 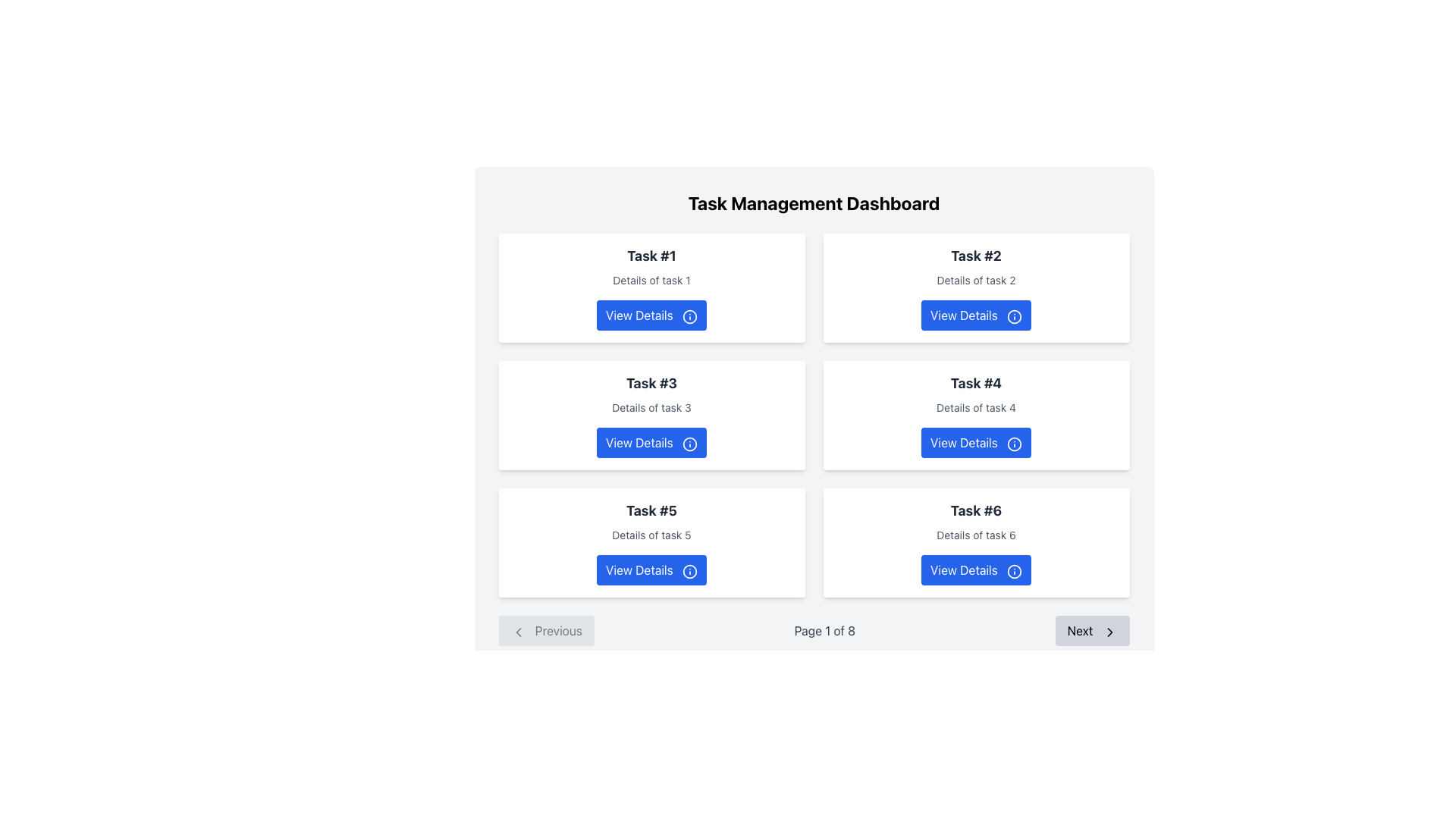 What do you see at coordinates (976, 256) in the screenshot?
I see `the bold, large text label displaying 'Task #2' in dark gray color, which is located in the second card of the first row of a grid layout, above the 'Details of task 2' text and 'View Details' button` at bounding box center [976, 256].